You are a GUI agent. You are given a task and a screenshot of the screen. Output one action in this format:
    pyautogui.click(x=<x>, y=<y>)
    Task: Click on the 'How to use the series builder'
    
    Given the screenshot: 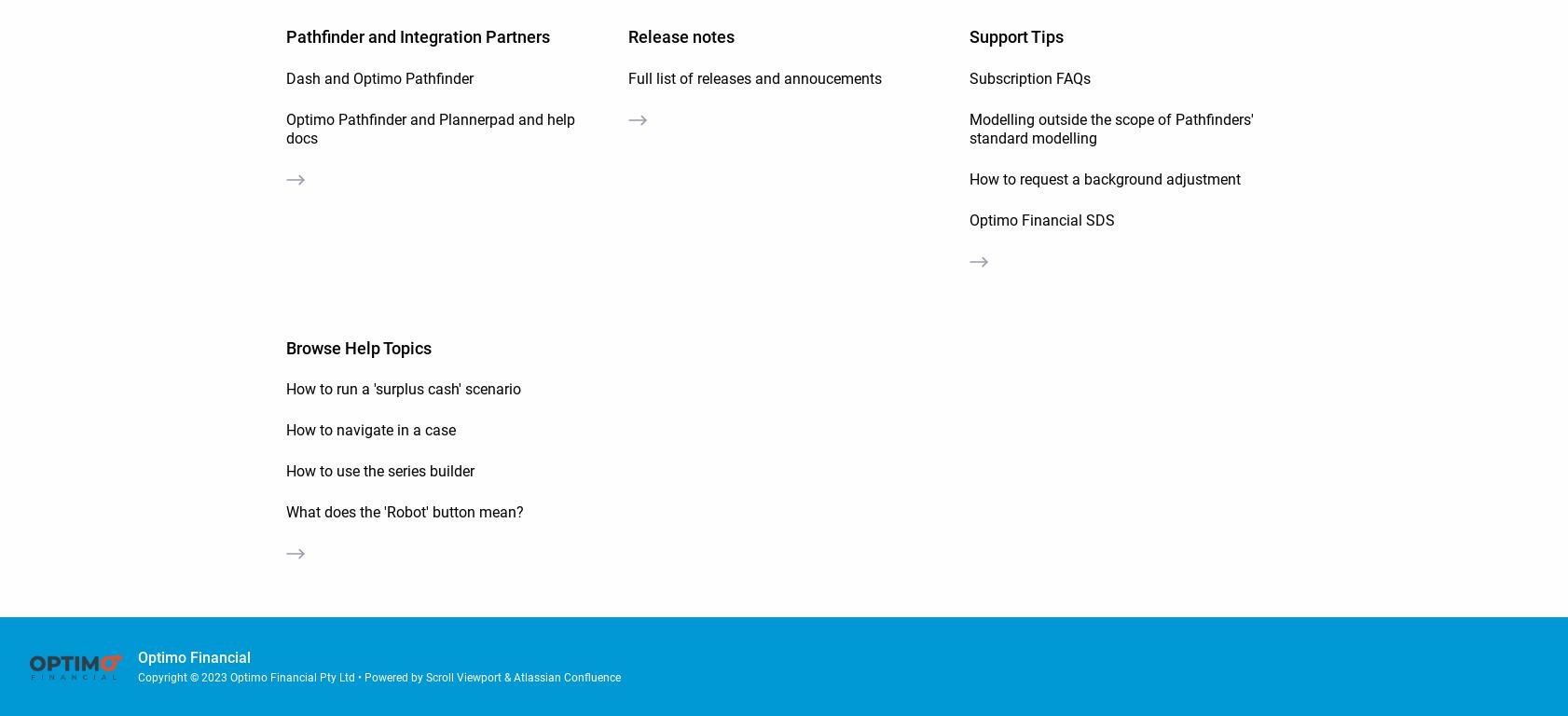 What is the action you would take?
    pyautogui.click(x=379, y=471)
    